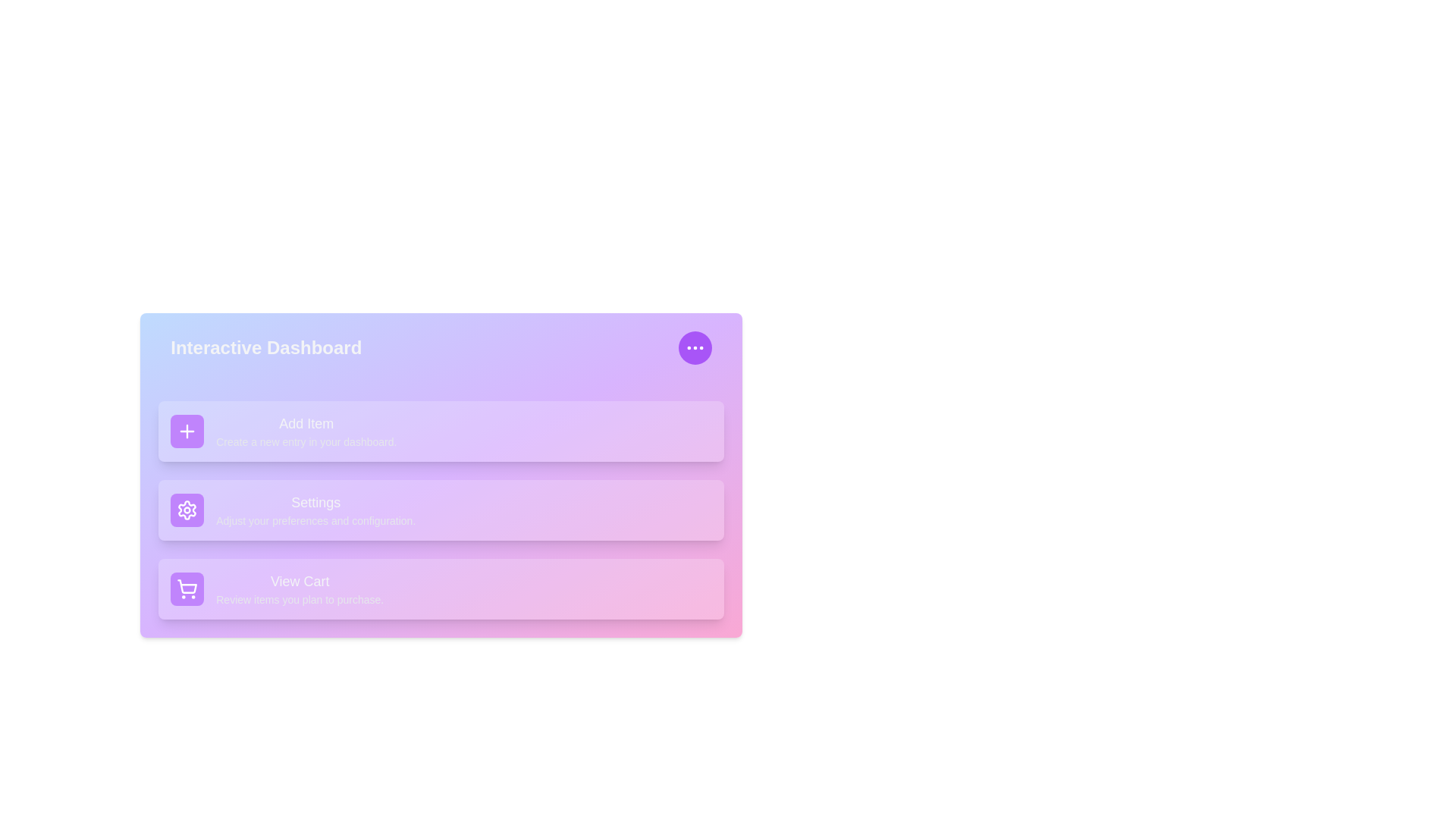  I want to click on the 'Add Item' button to select it, so click(305, 431).